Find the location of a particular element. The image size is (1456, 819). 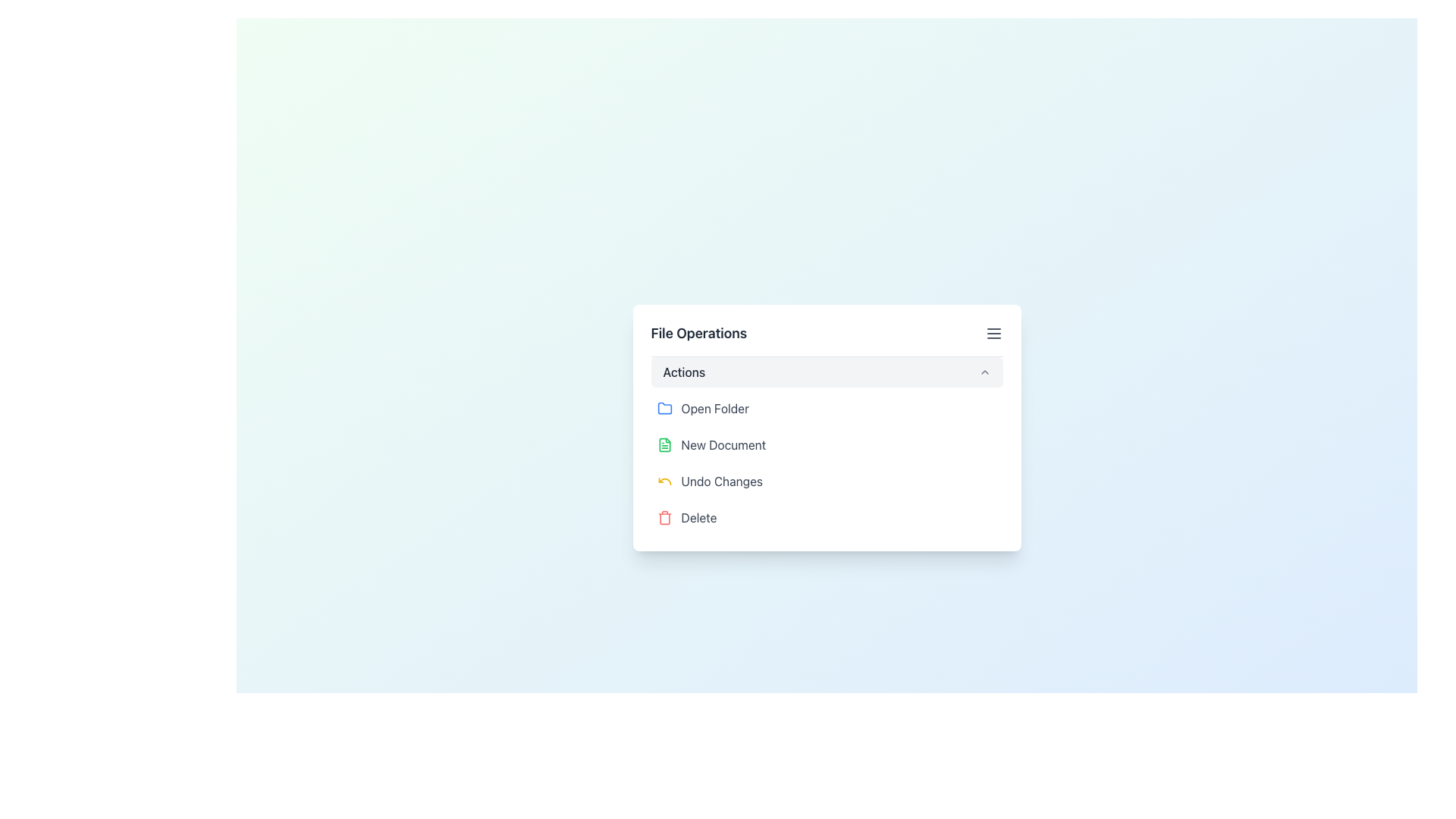

the Dropdown button labeled 'Actions' is located at coordinates (826, 372).